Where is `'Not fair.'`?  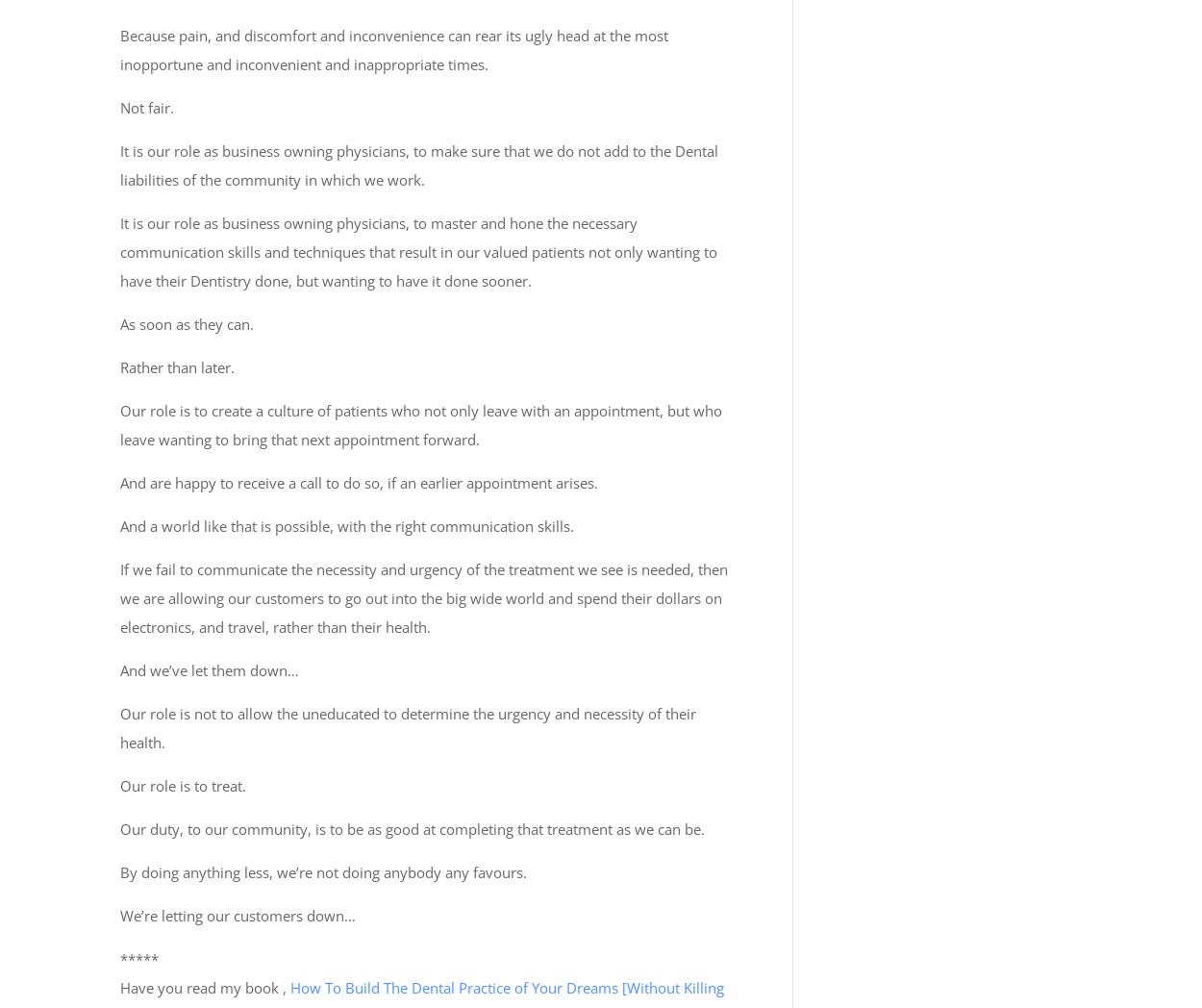
'Not fair.' is located at coordinates (147, 107).